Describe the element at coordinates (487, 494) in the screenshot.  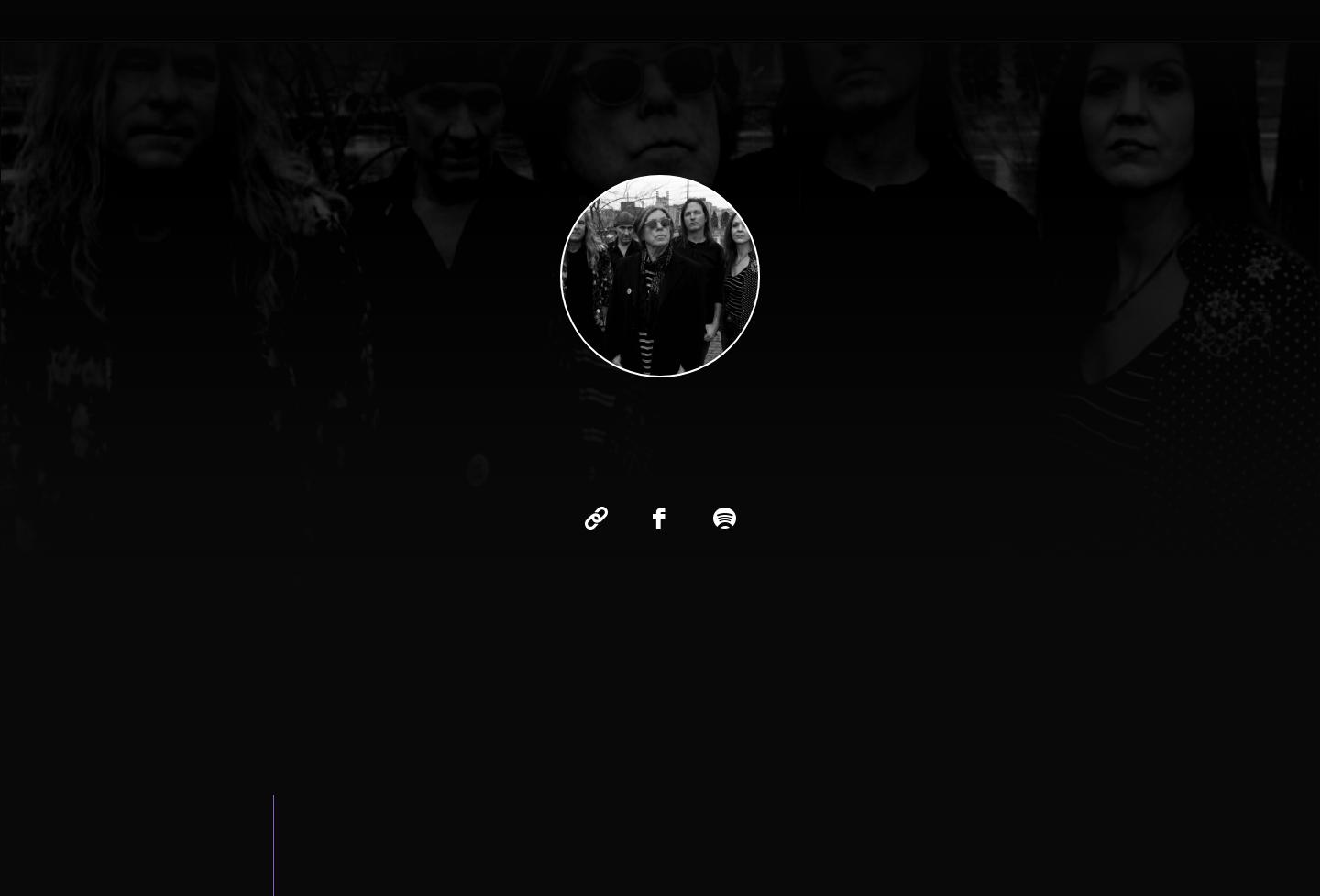
I see `'Feb'` at that location.